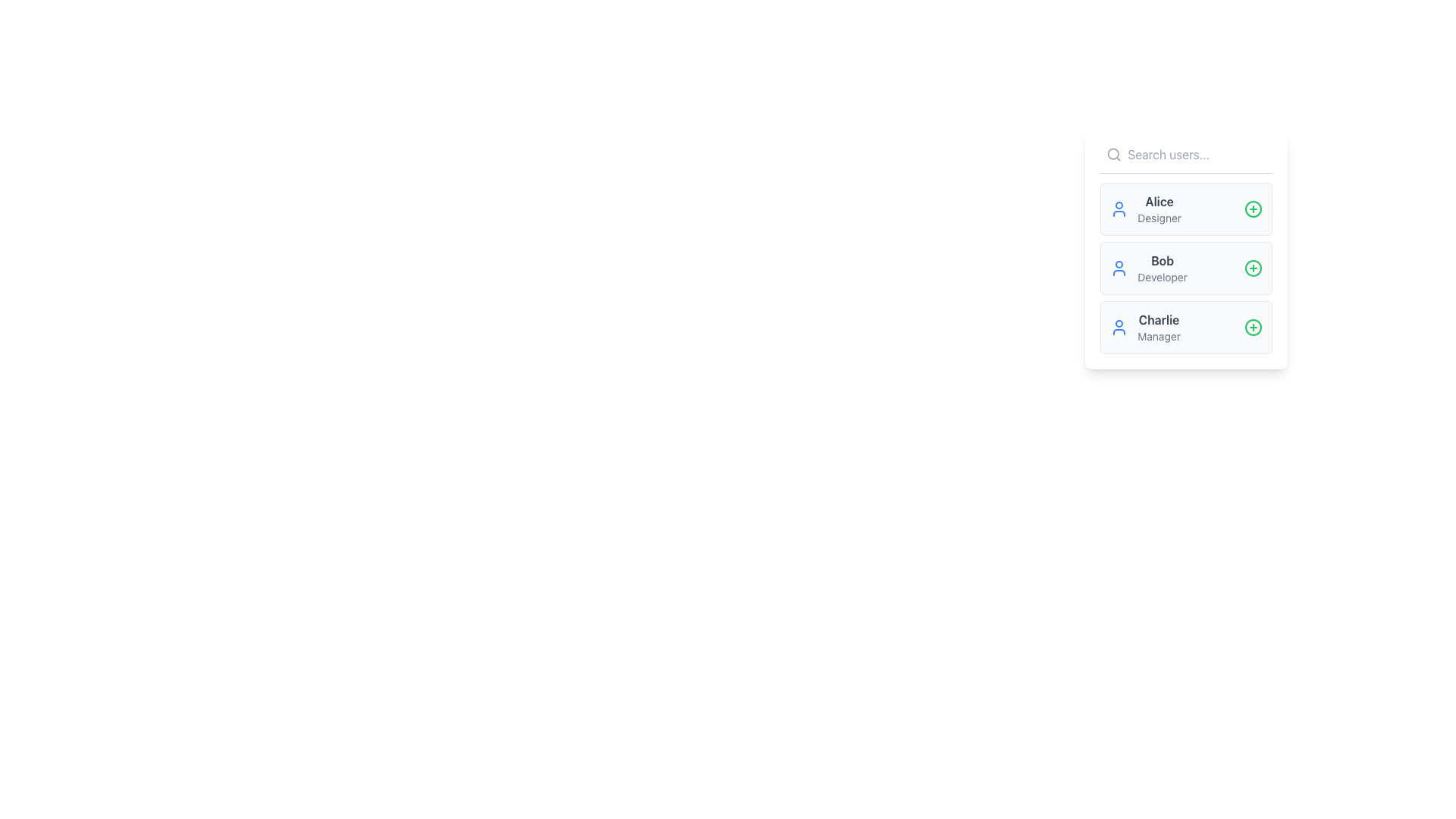 This screenshot has height=819, width=1456. What do you see at coordinates (1253, 268) in the screenshot?
I see `the add/invite button/icon located to the right of the text 'Bob', which represents inviting user 'Bob' to a team or project` at bounding box center [1253, 268].